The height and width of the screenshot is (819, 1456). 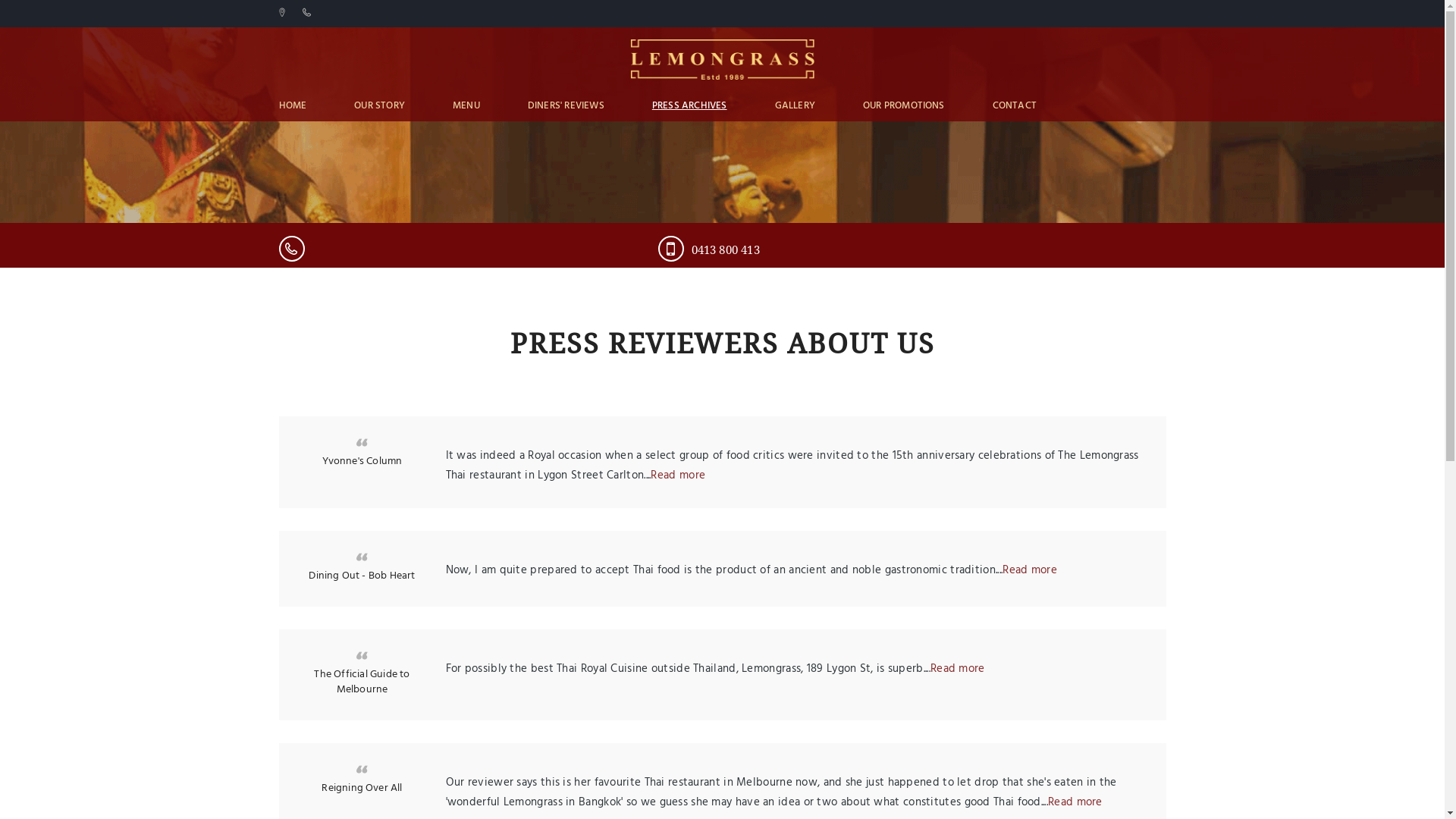 I want to click on 'Read more', so click(x=956, y=668).